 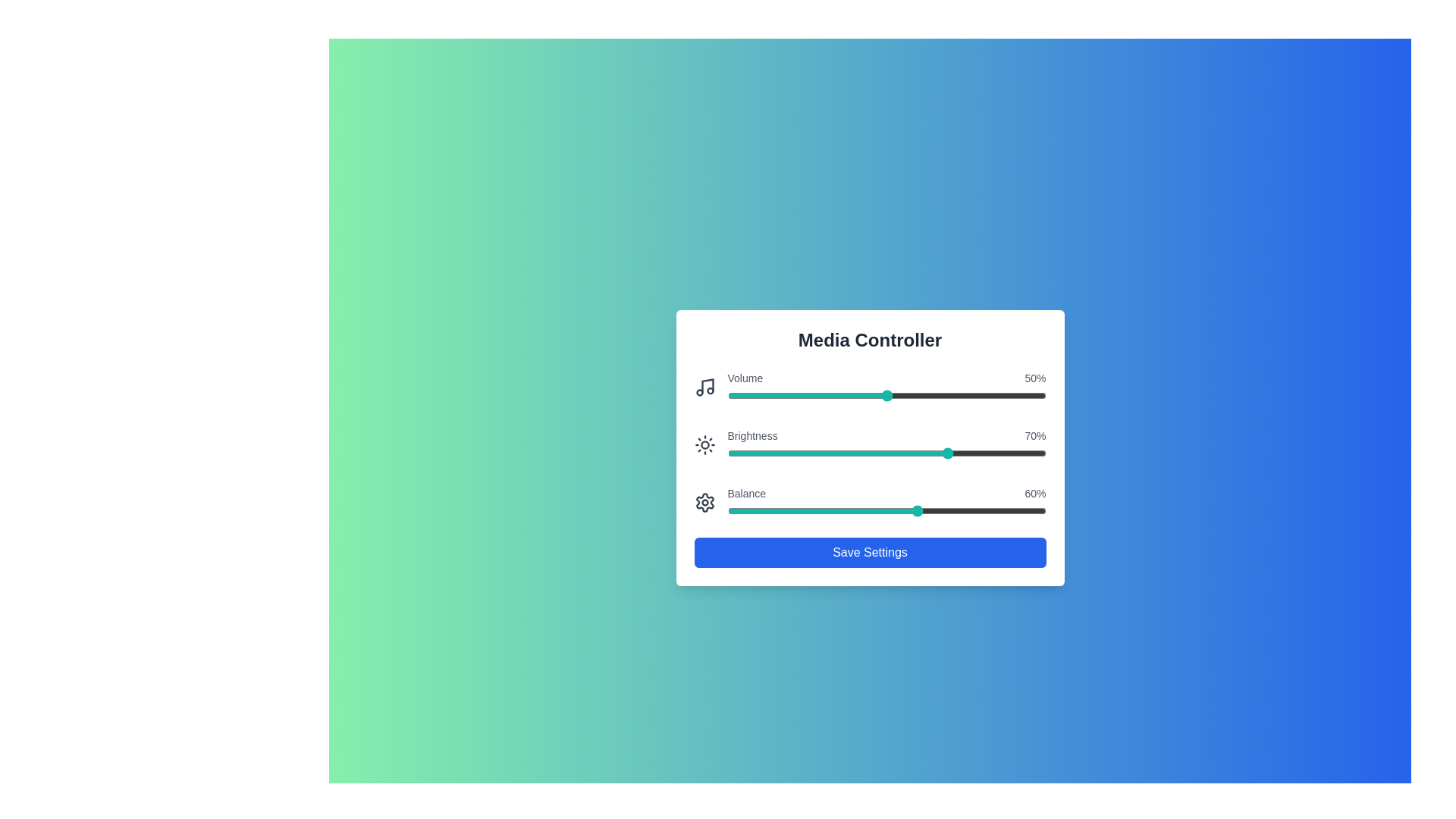 What do you see at coordinates (778, 511) in the screenshot?
I see `the balance slider handle to set the balance to 16%` at bounding box center [778, 511].